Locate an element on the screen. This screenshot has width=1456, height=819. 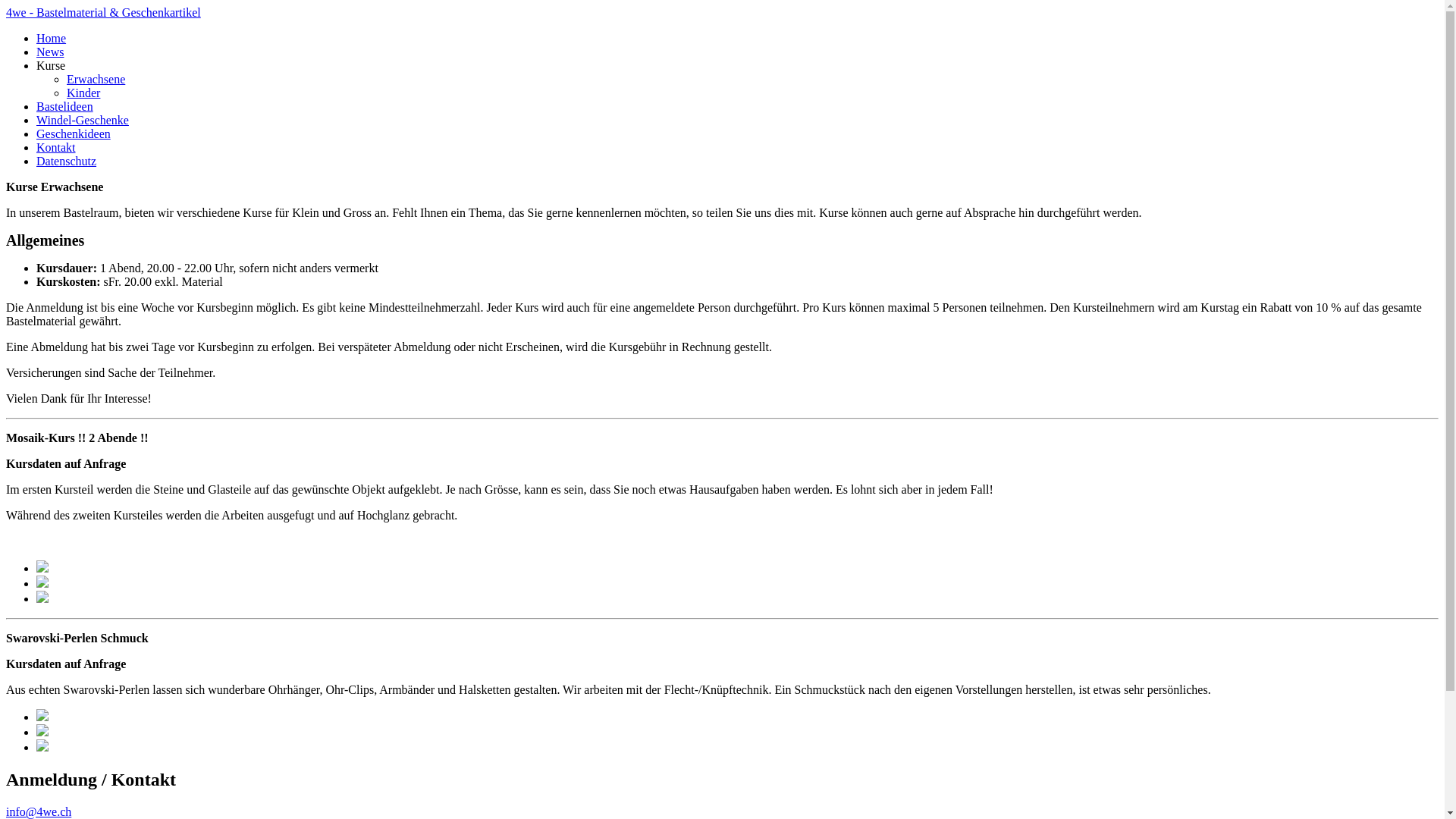
'4we - Bastelmaterial & Geschenkartikel' is located at coordinates (102, 12).